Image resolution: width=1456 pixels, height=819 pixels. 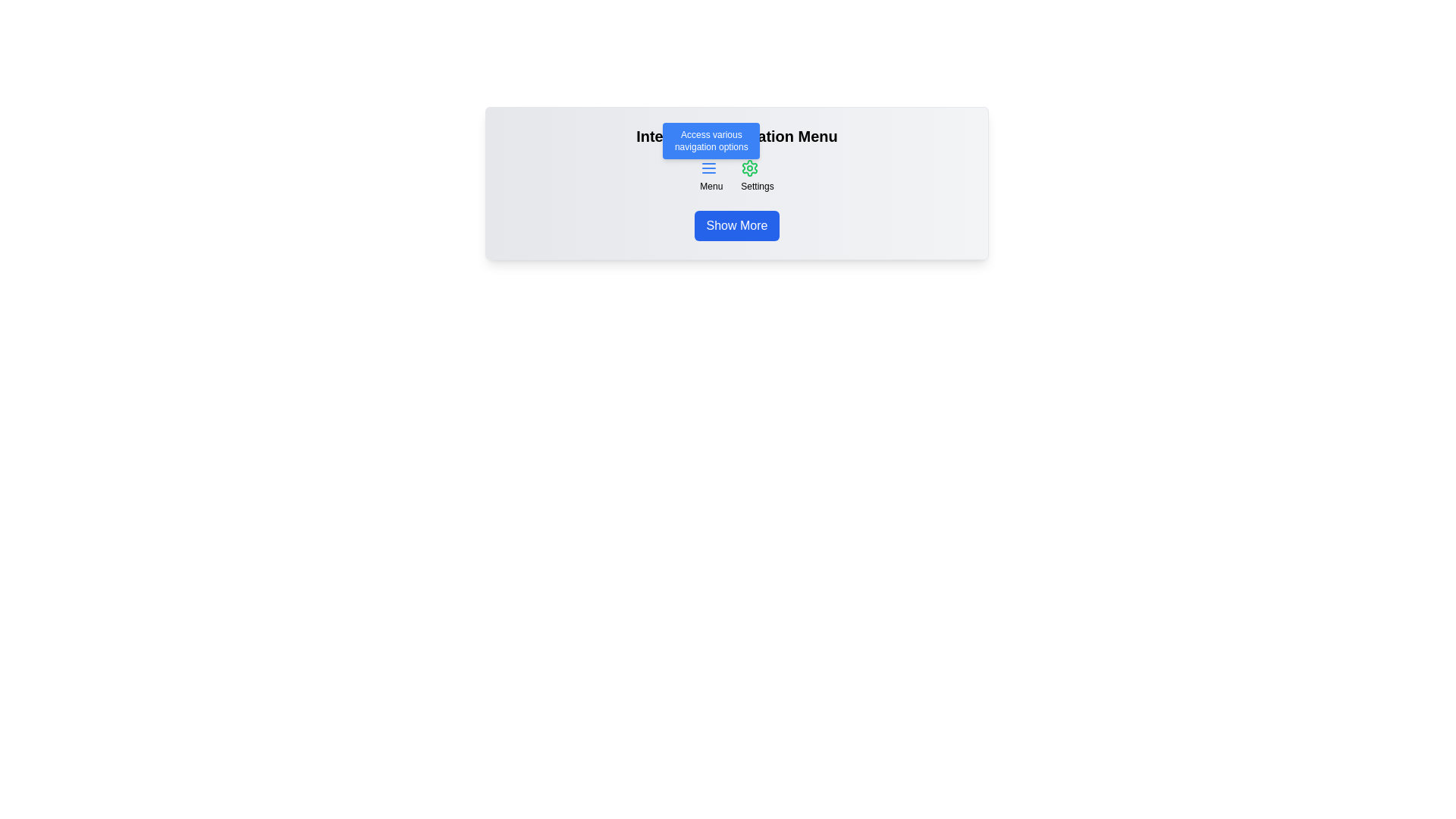 What do you see at coordinates (750, 168) in the screenshot?
I see `the 'Settings' icon located slightly to the right of the central part of the interface, positioned above the text labeled 'Settings.'` at bounding box center [750, 168].